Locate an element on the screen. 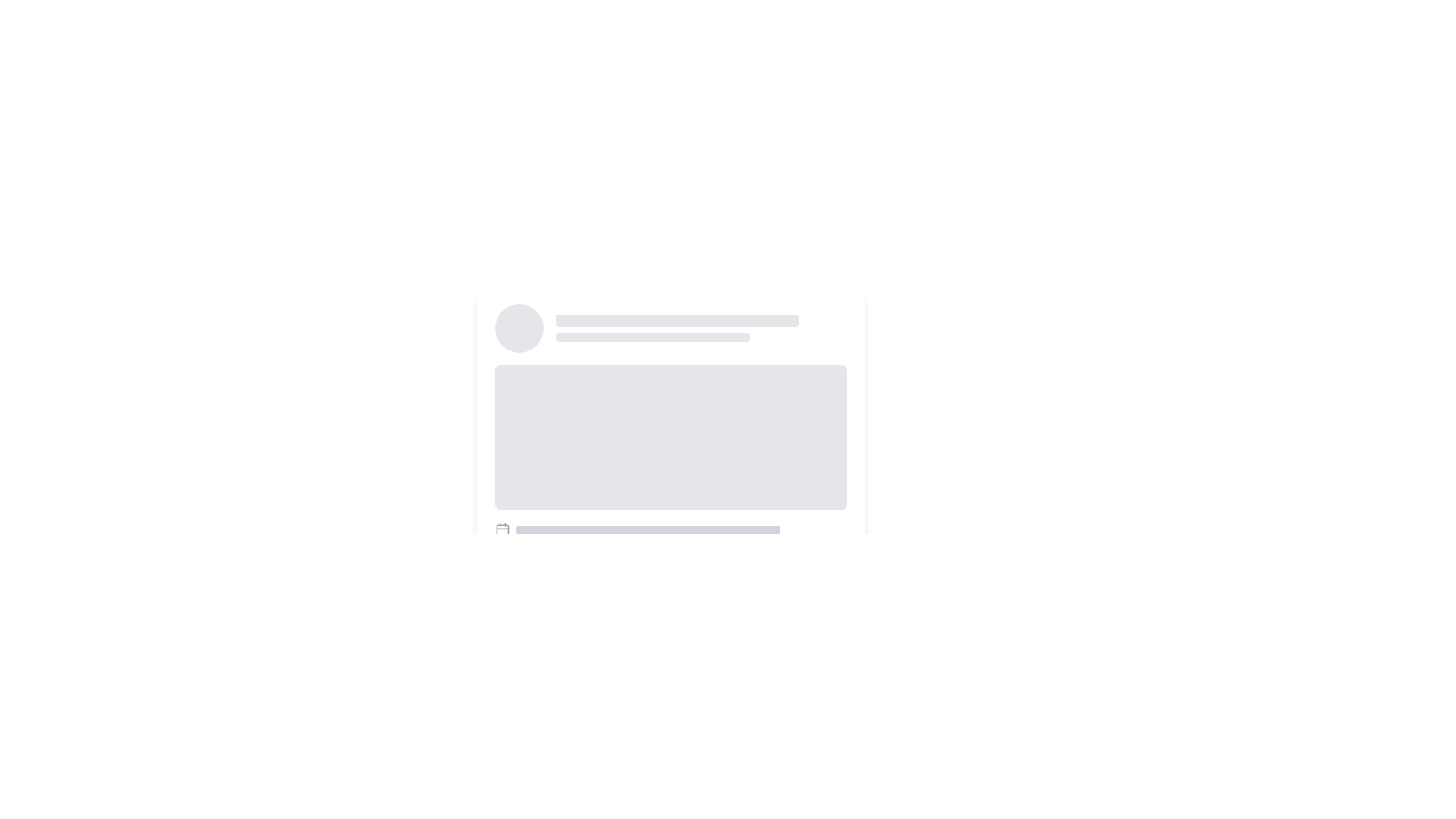 The height and width of the screenshot is (819, 1456). the Placeholder Rectangle, which is a rectangular block with a light gray background and rounded corners, positioned centrally below smaller textual placeholders is located at coordinates (670, 438).